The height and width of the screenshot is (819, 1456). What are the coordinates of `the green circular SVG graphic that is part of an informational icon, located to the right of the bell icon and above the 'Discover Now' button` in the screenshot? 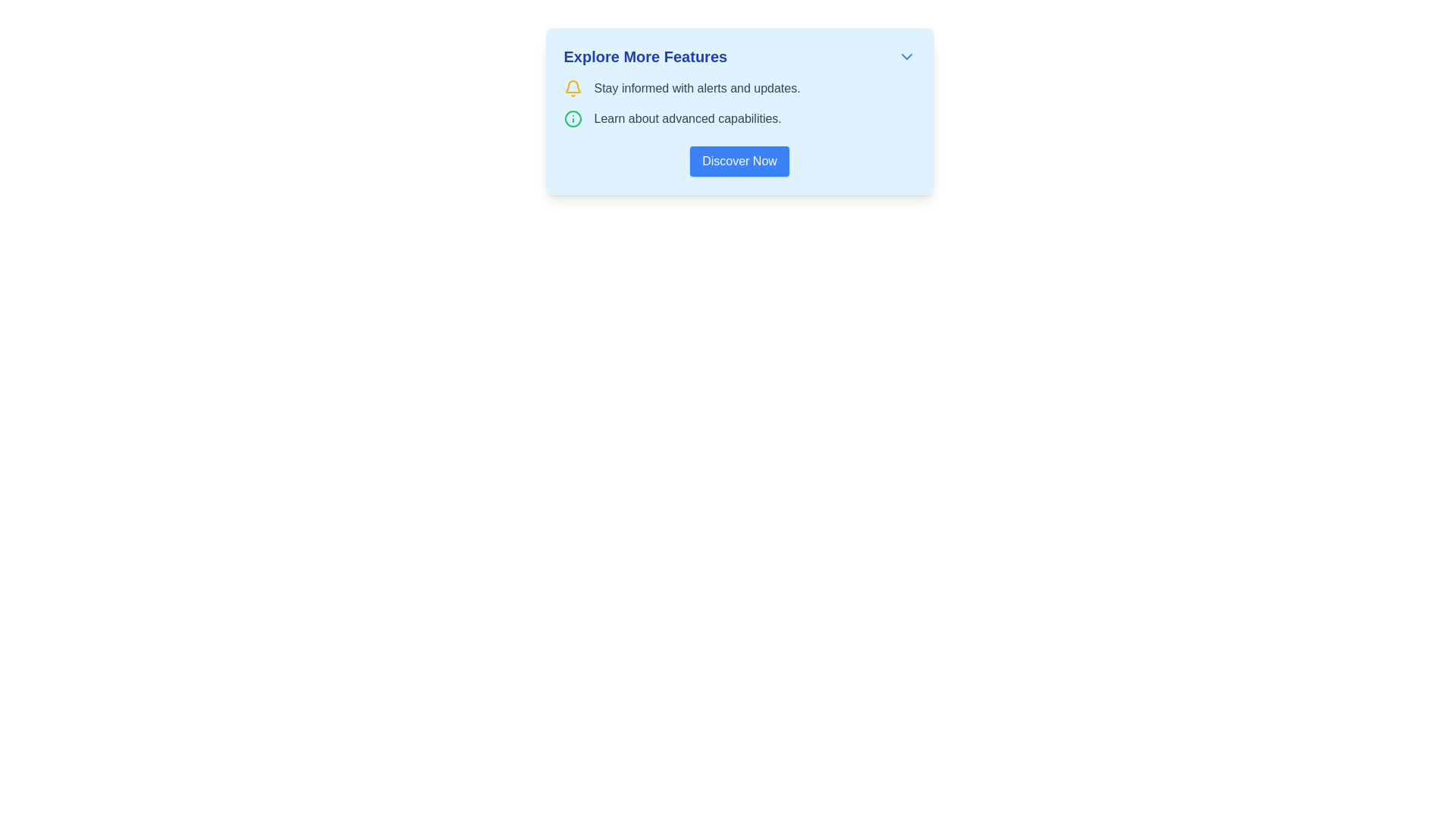 It's located at (572, 118).